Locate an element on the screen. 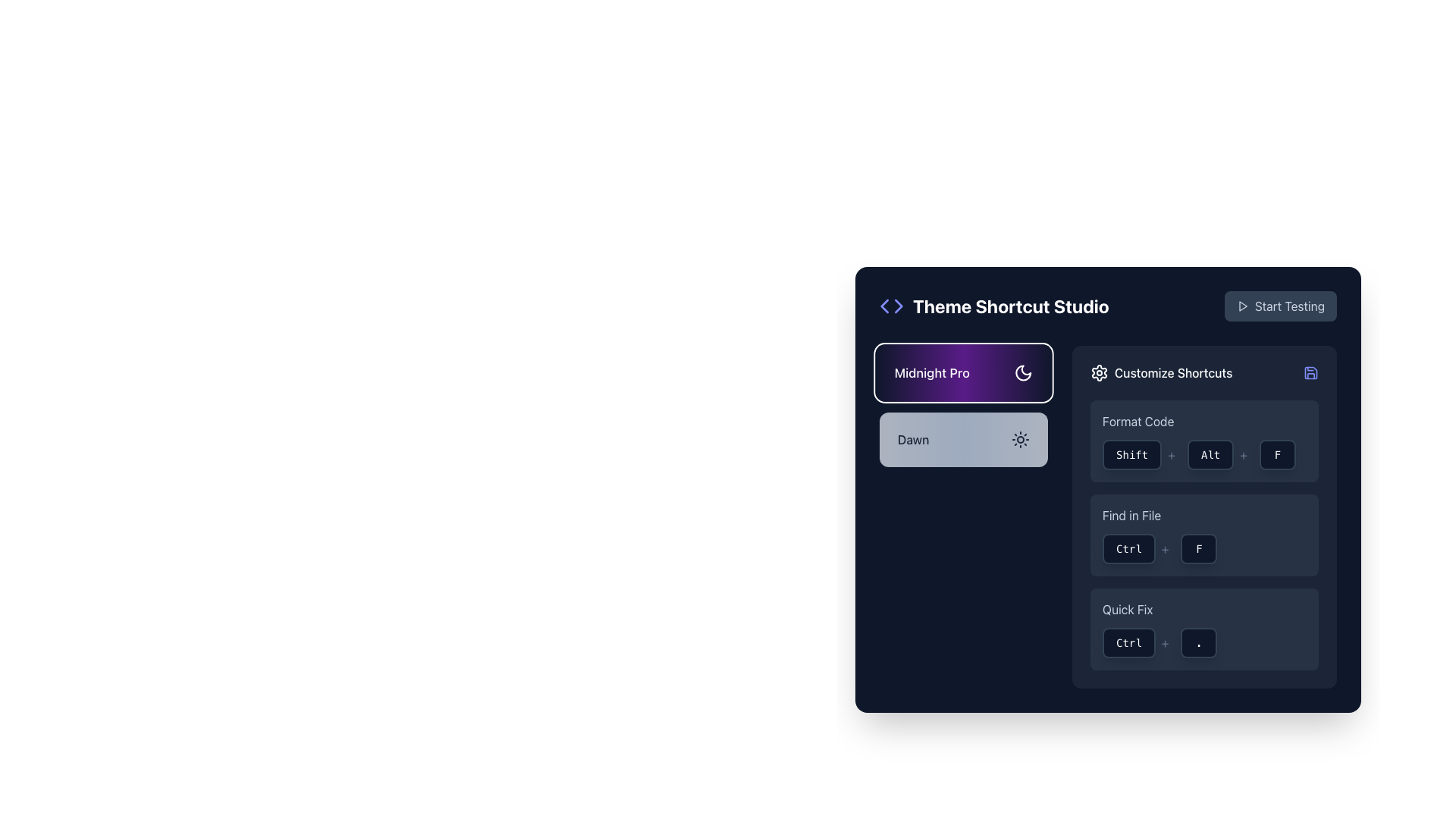 The width and height of the screenshot is (1456, 819). 'Alt' key button in the 'Format Code' keyboard shortcut representation, which is the third button from the left in the sequence is located at coordinates (1203, 441).